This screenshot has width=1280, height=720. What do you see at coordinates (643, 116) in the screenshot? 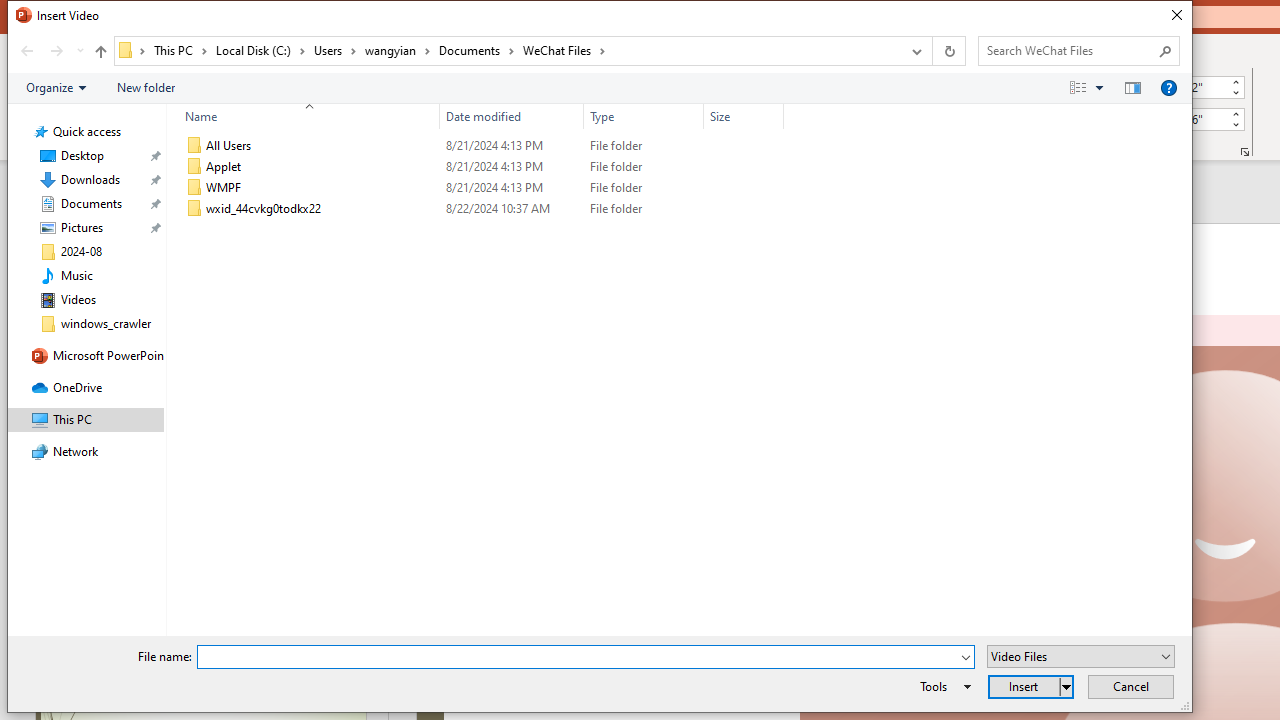
I see `'Type'` at bounding box center [643, 116].